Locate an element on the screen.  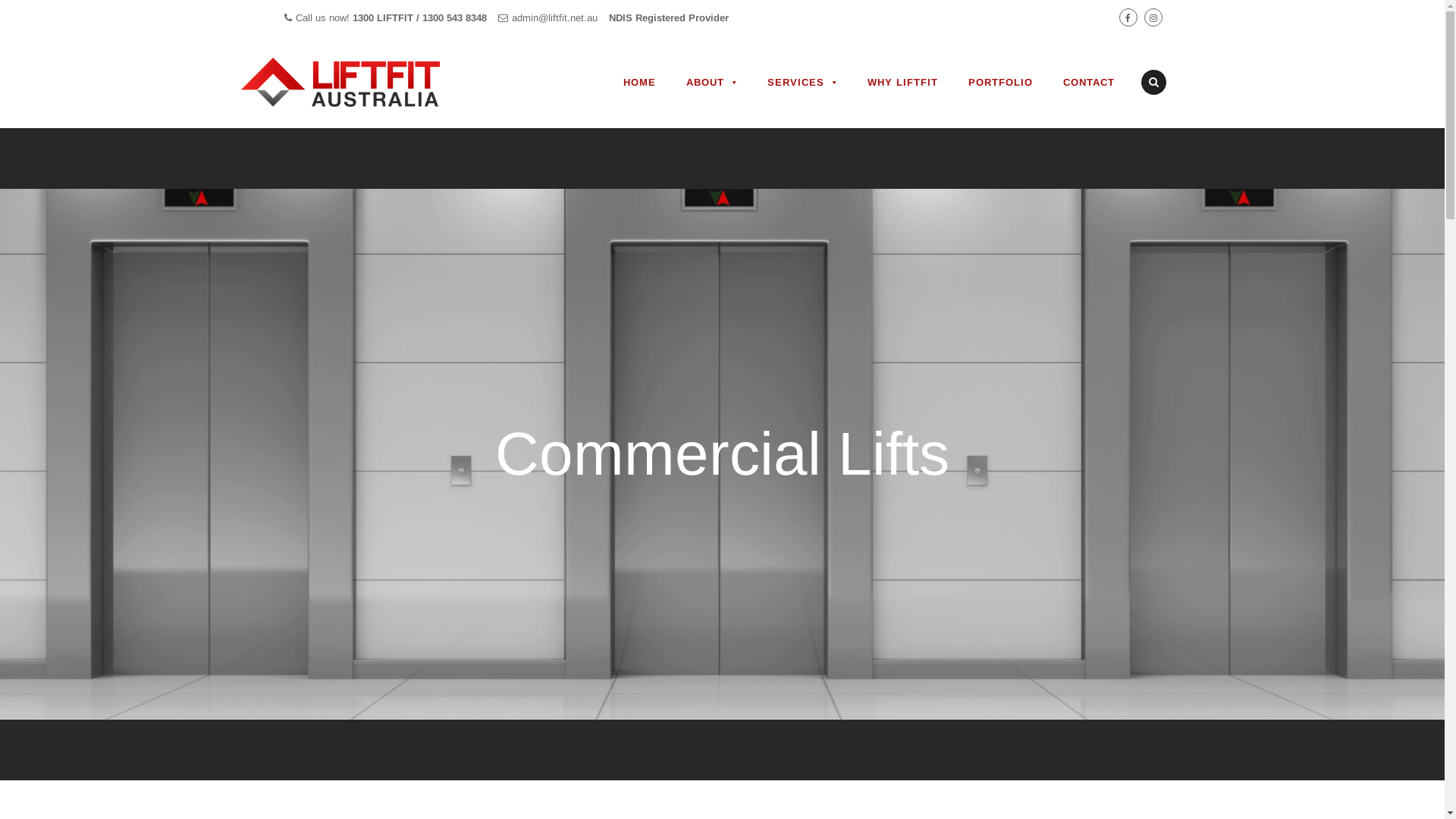
'Lift Fit' is located at coordinates (359, 82).